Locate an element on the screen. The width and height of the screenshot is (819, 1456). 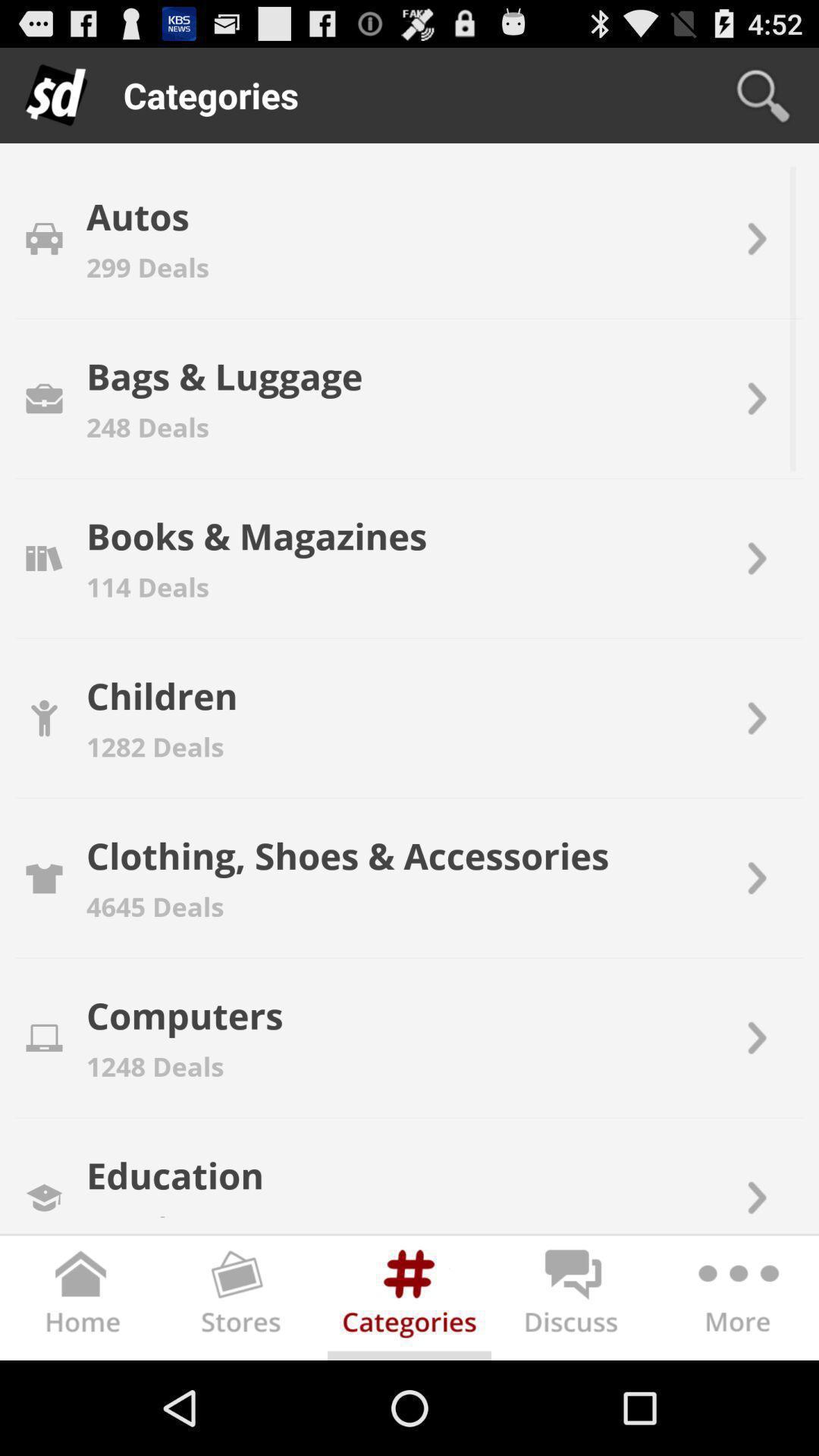
esta opo abrir uma nova pagina com mais descries is located at coordinates (736, 1300).